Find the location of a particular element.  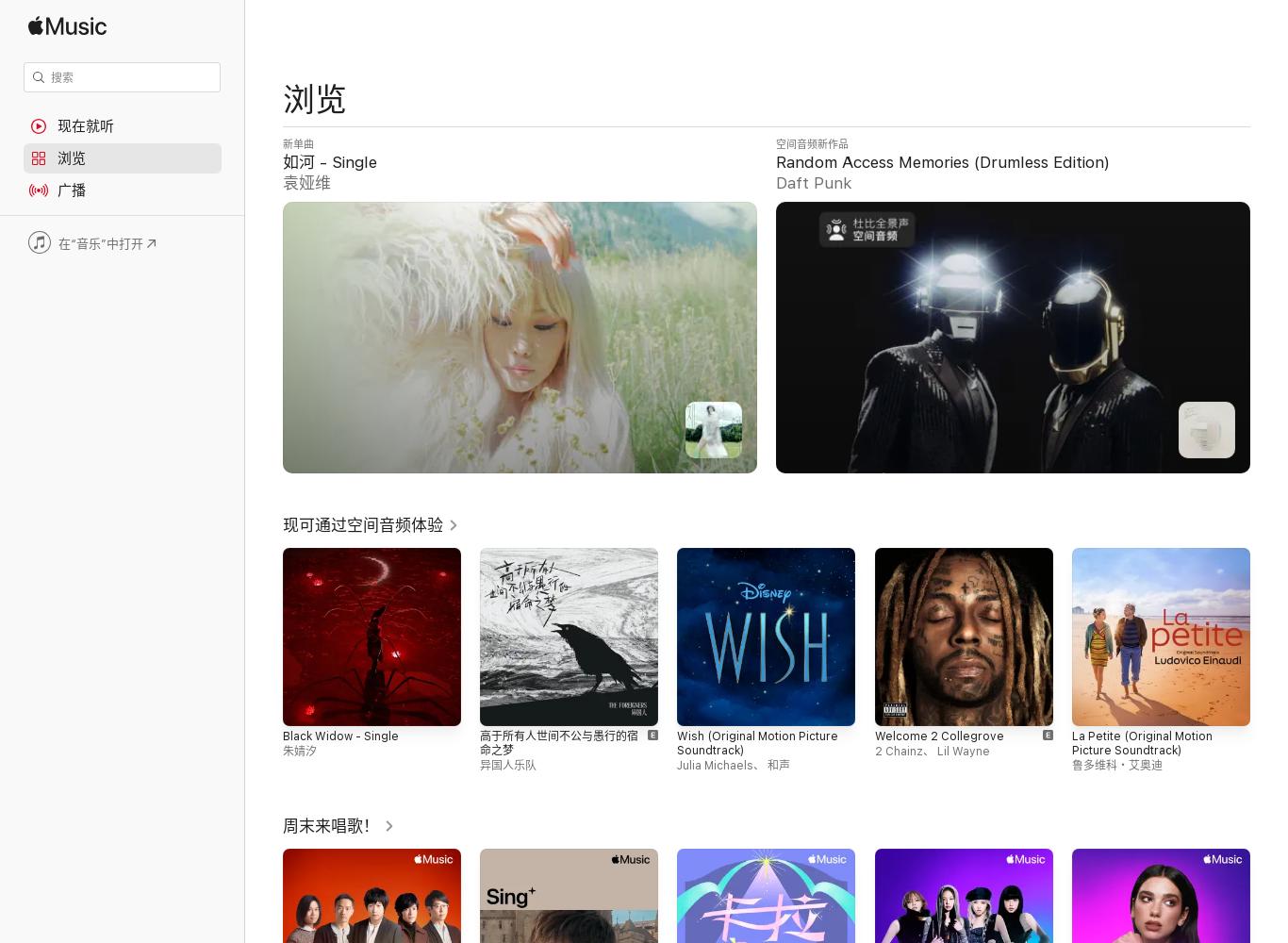

'Julia Michaels' is located at coordinates (676, 766).